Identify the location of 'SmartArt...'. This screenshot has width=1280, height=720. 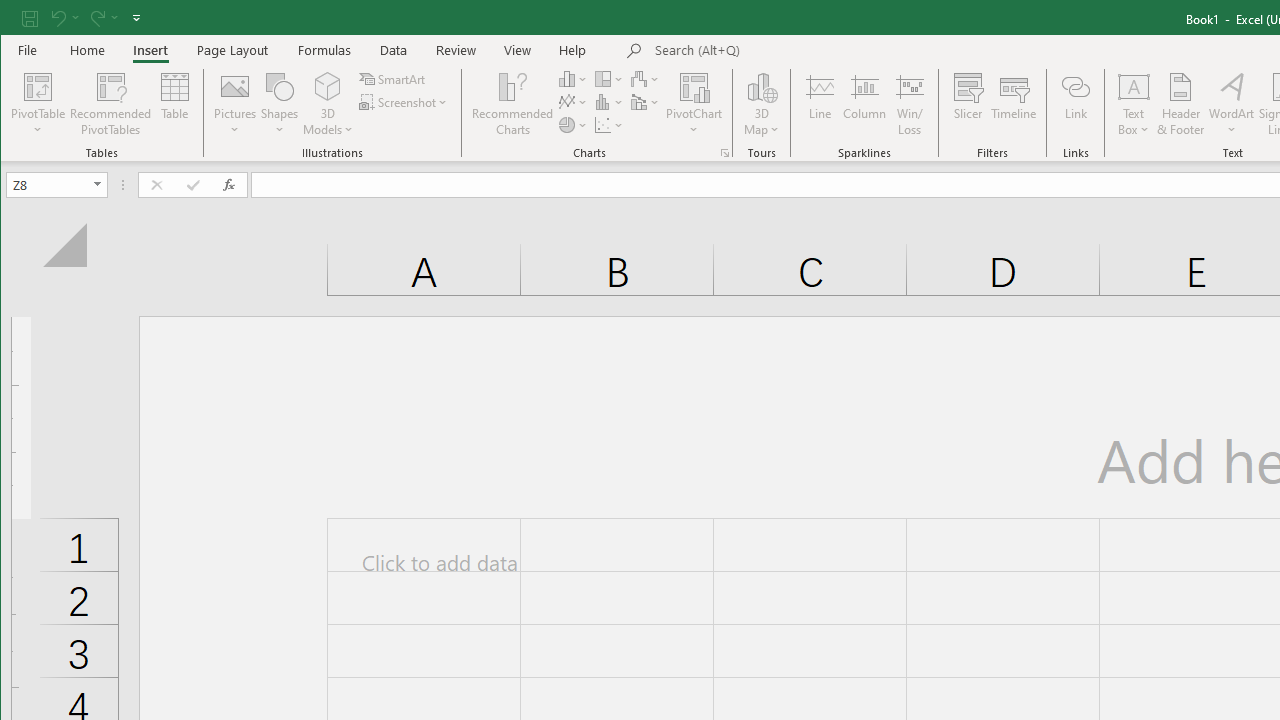
(394, 78).